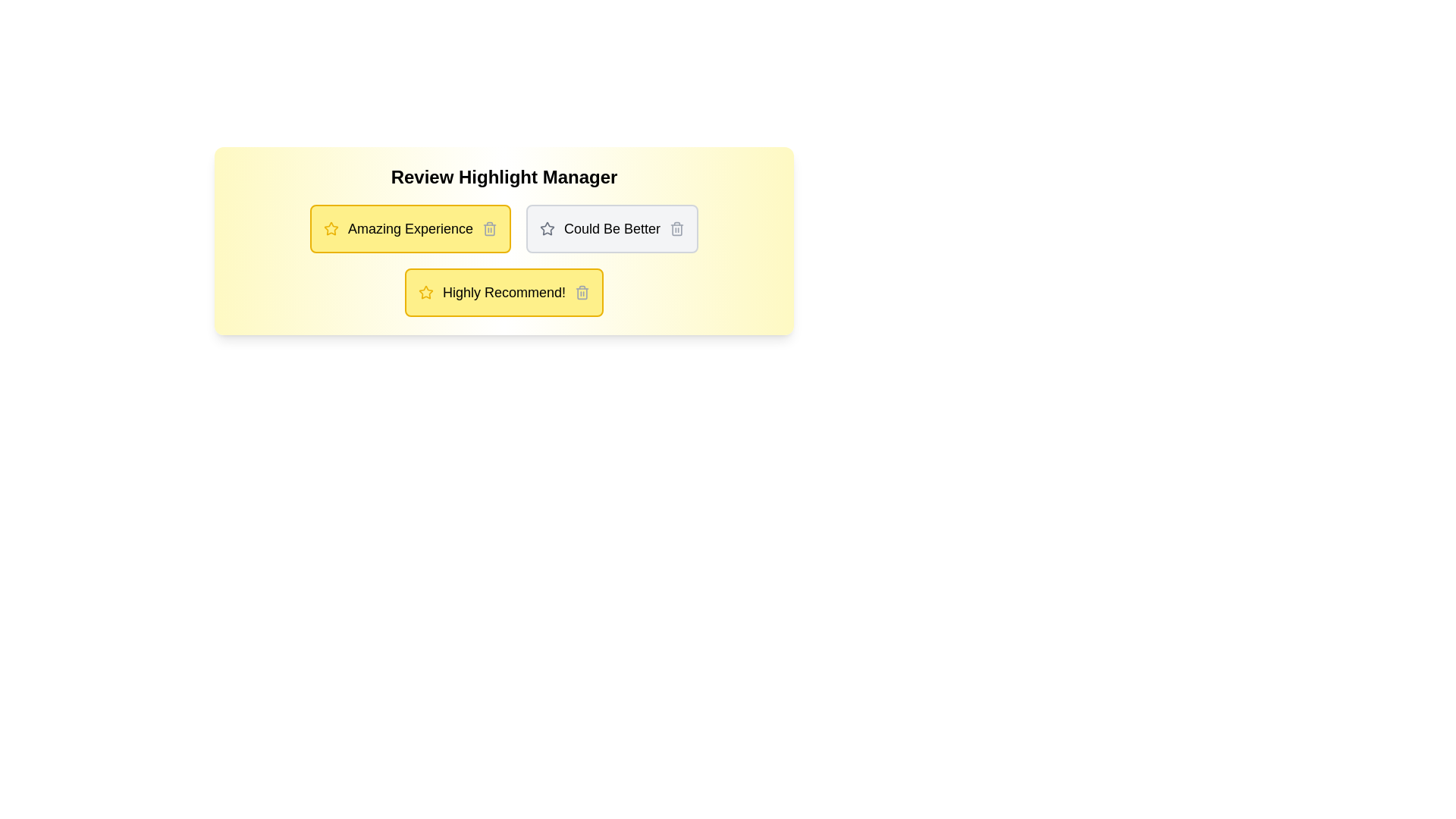 The width and height of the screenshot is (1456, 819). I want to click on the trash icon for the review titled Amazing Experience, so click(490, 228).